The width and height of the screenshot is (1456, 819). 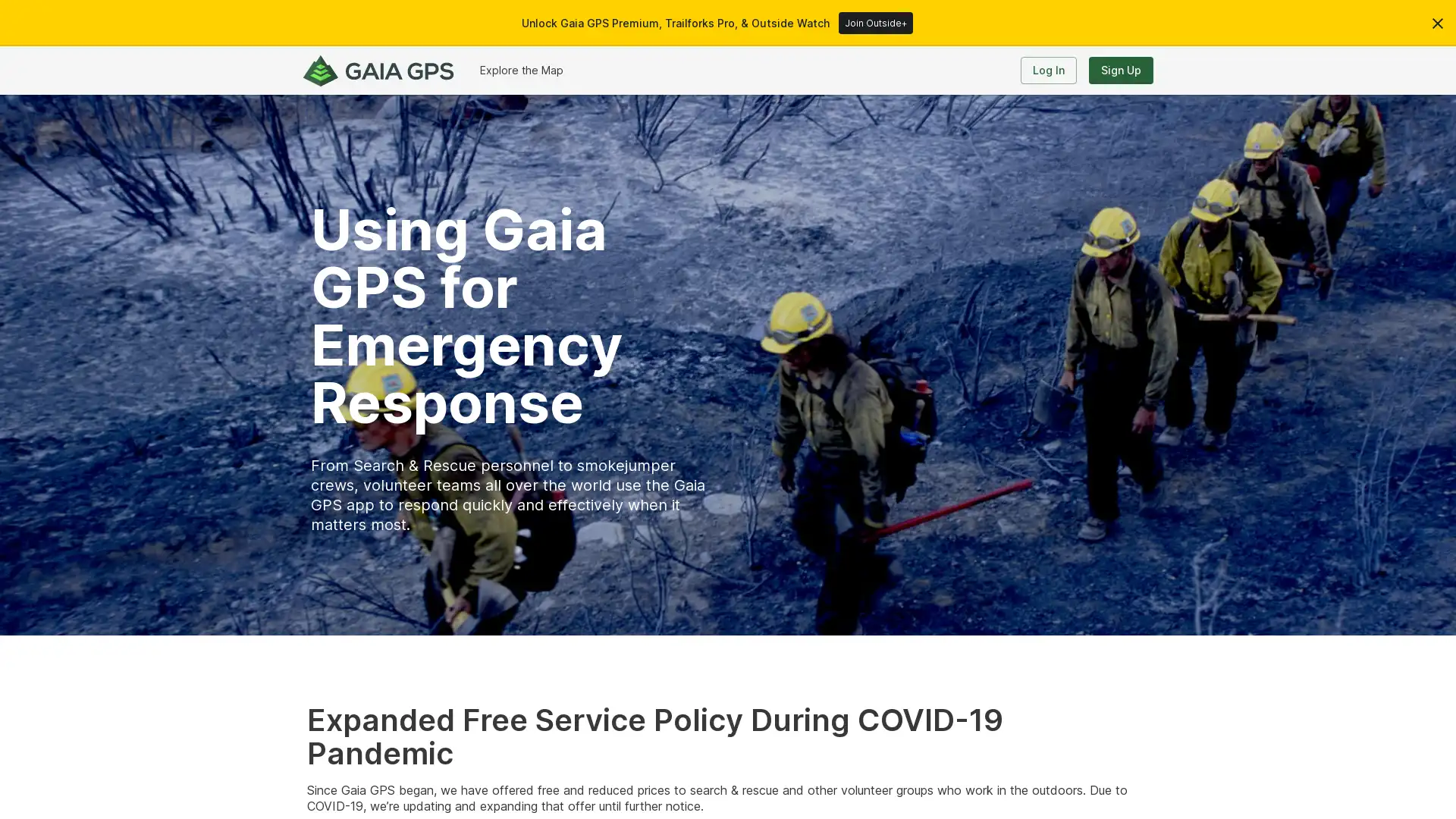 I want to click on Sign Up, so click(x=1121, y=70).